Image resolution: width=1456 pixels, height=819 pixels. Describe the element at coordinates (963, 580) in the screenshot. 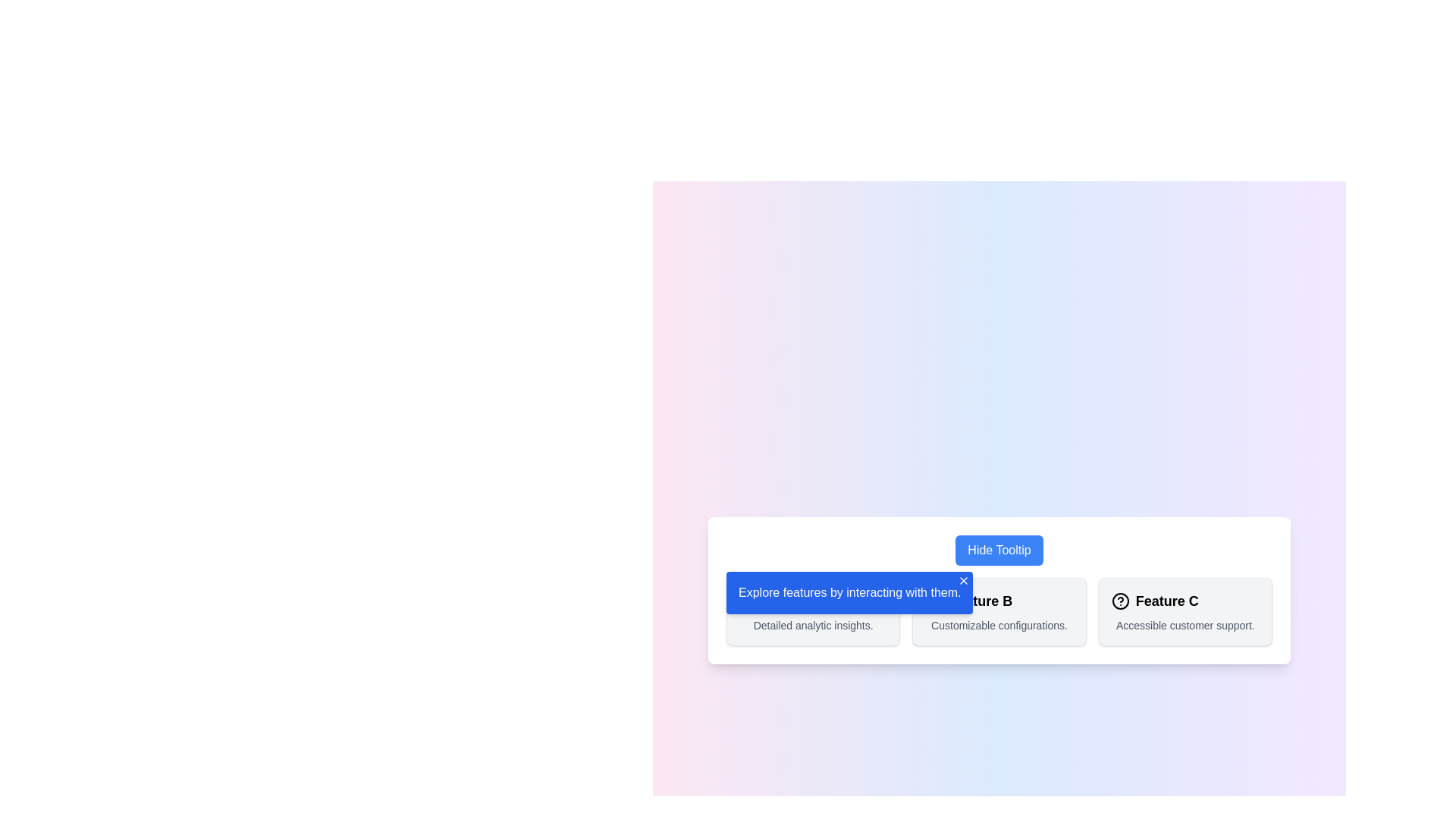

I see `the button located in the top-right corner of the blue tooltip that reads 'Explore features by interacting with them'` at that location.